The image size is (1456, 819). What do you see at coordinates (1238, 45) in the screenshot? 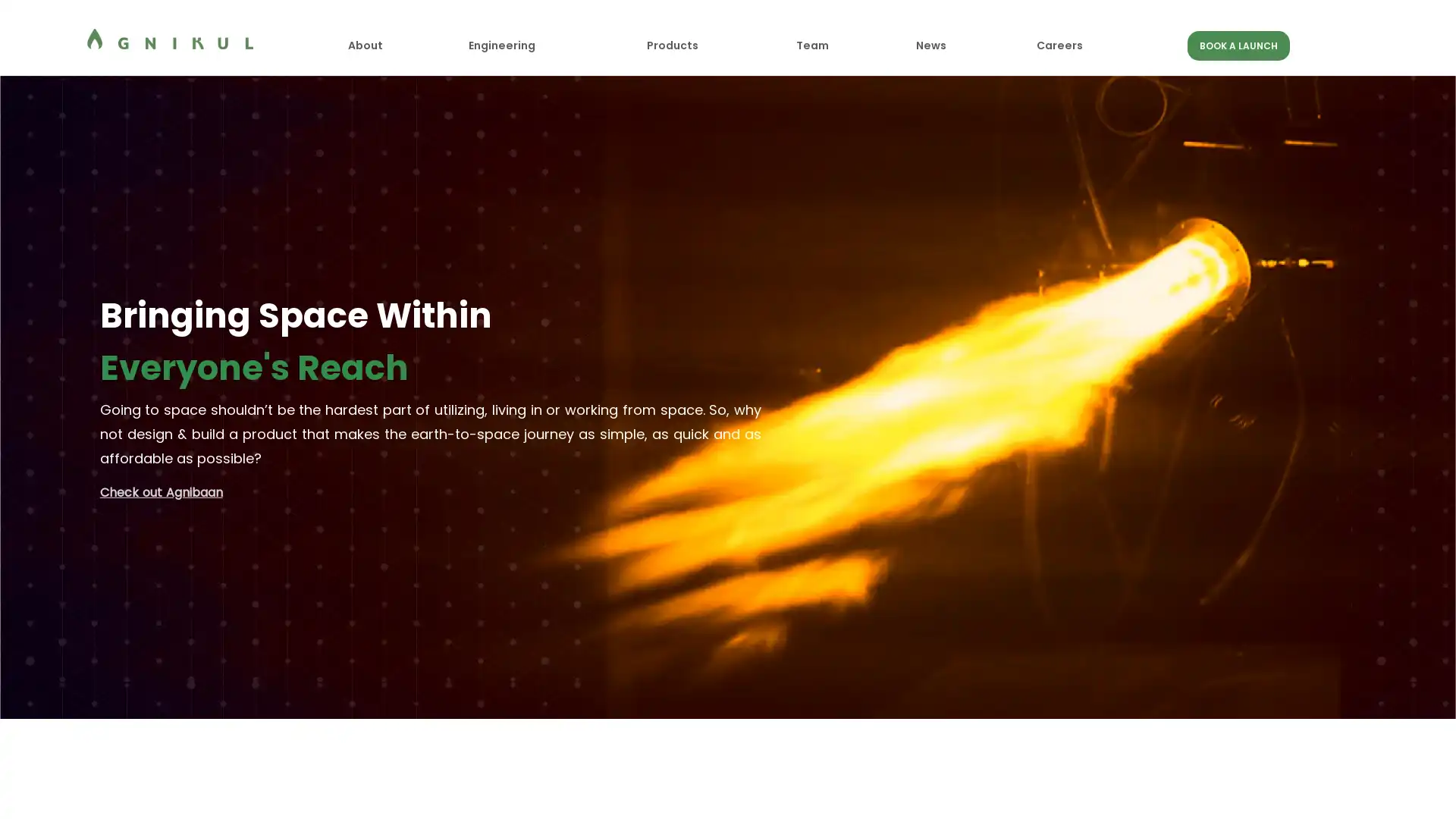
I see `BOOK A LAUNCH` at bounding box center [1238, 45].